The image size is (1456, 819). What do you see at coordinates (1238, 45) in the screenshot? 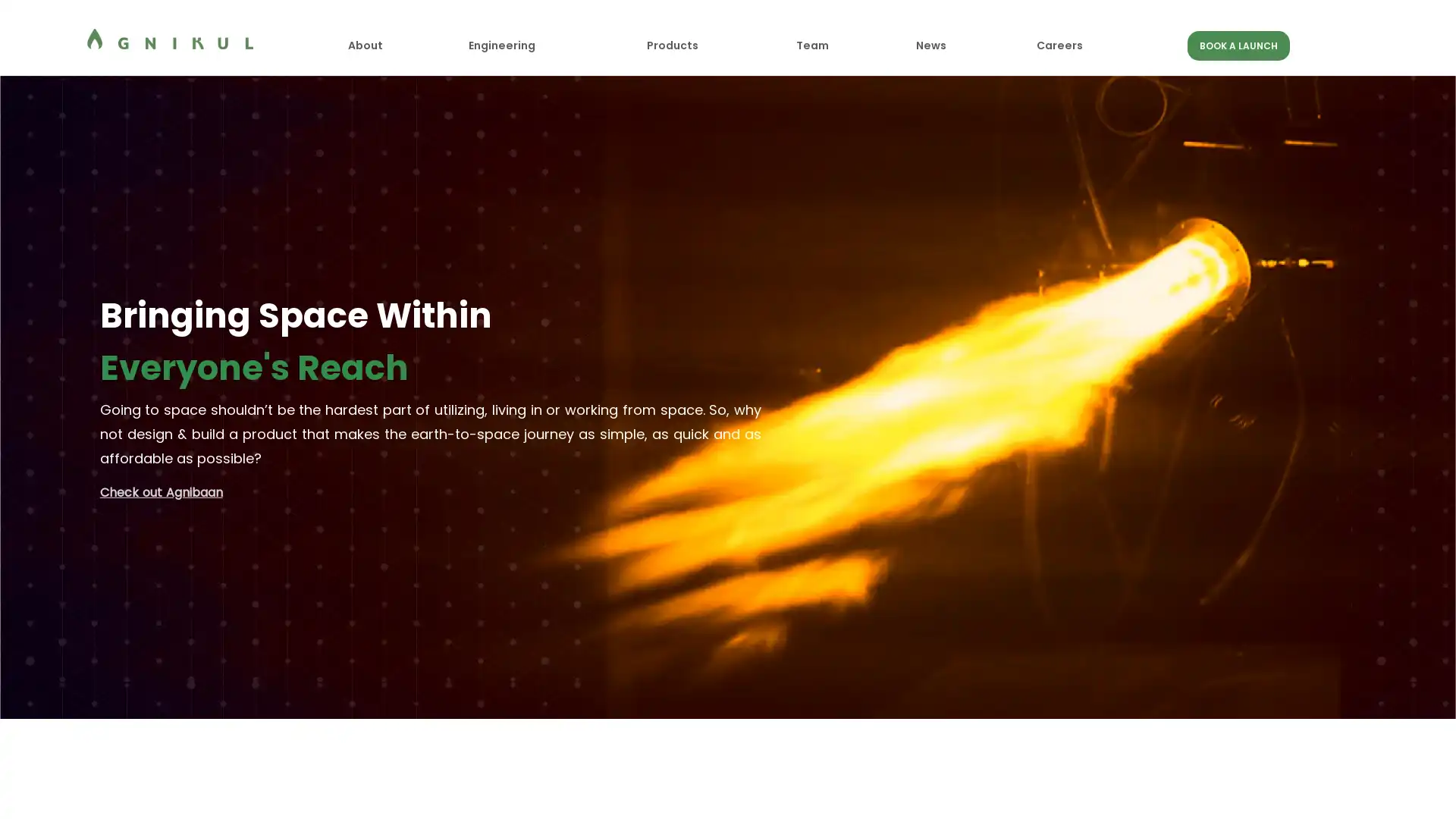
I see `BOOK A LAUNCH` at bounding box center [1238, 45].